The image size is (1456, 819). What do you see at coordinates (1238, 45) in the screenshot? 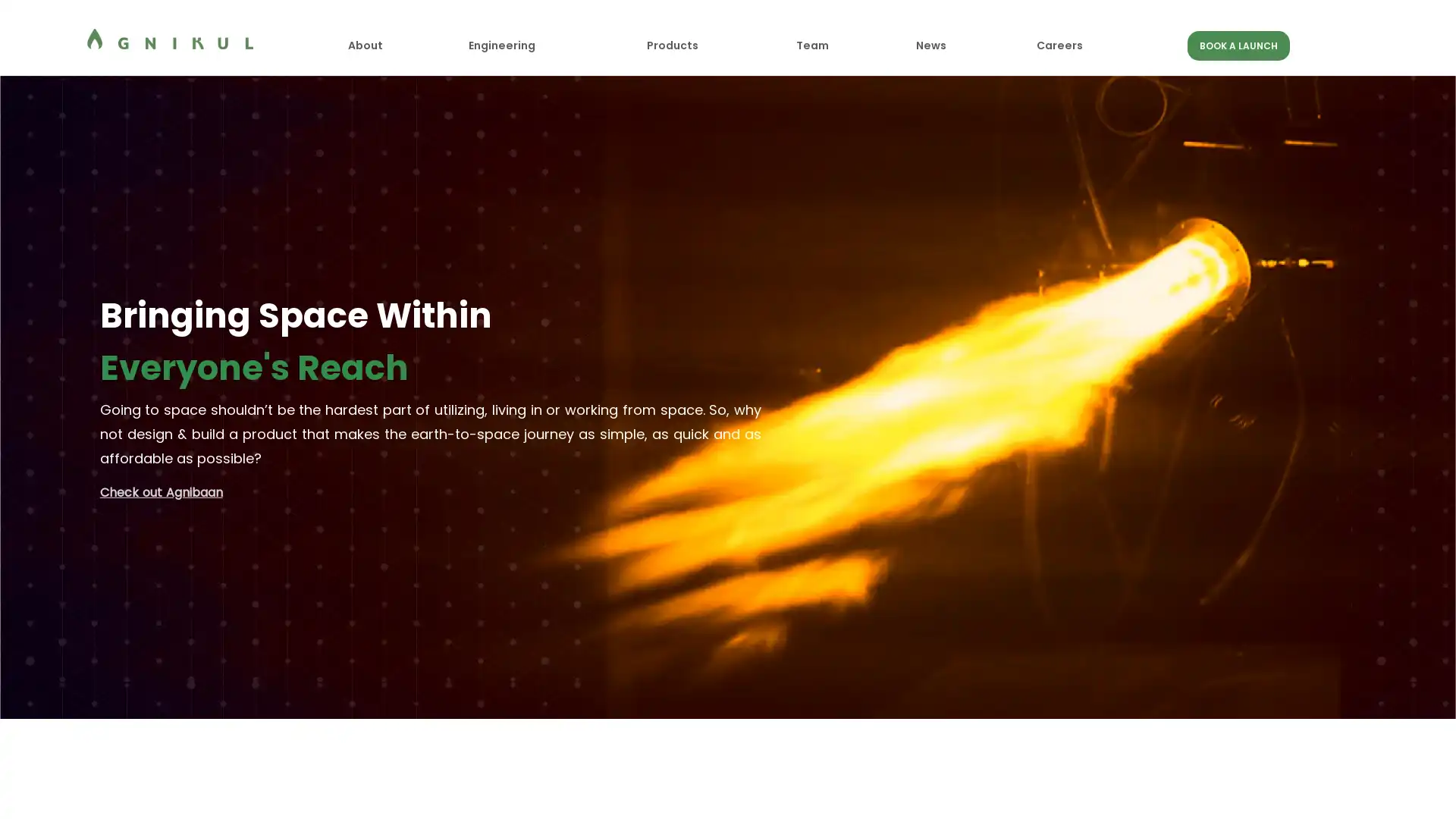
I see `BOOK A LAUNCH` at bounding box center [1238, 45].